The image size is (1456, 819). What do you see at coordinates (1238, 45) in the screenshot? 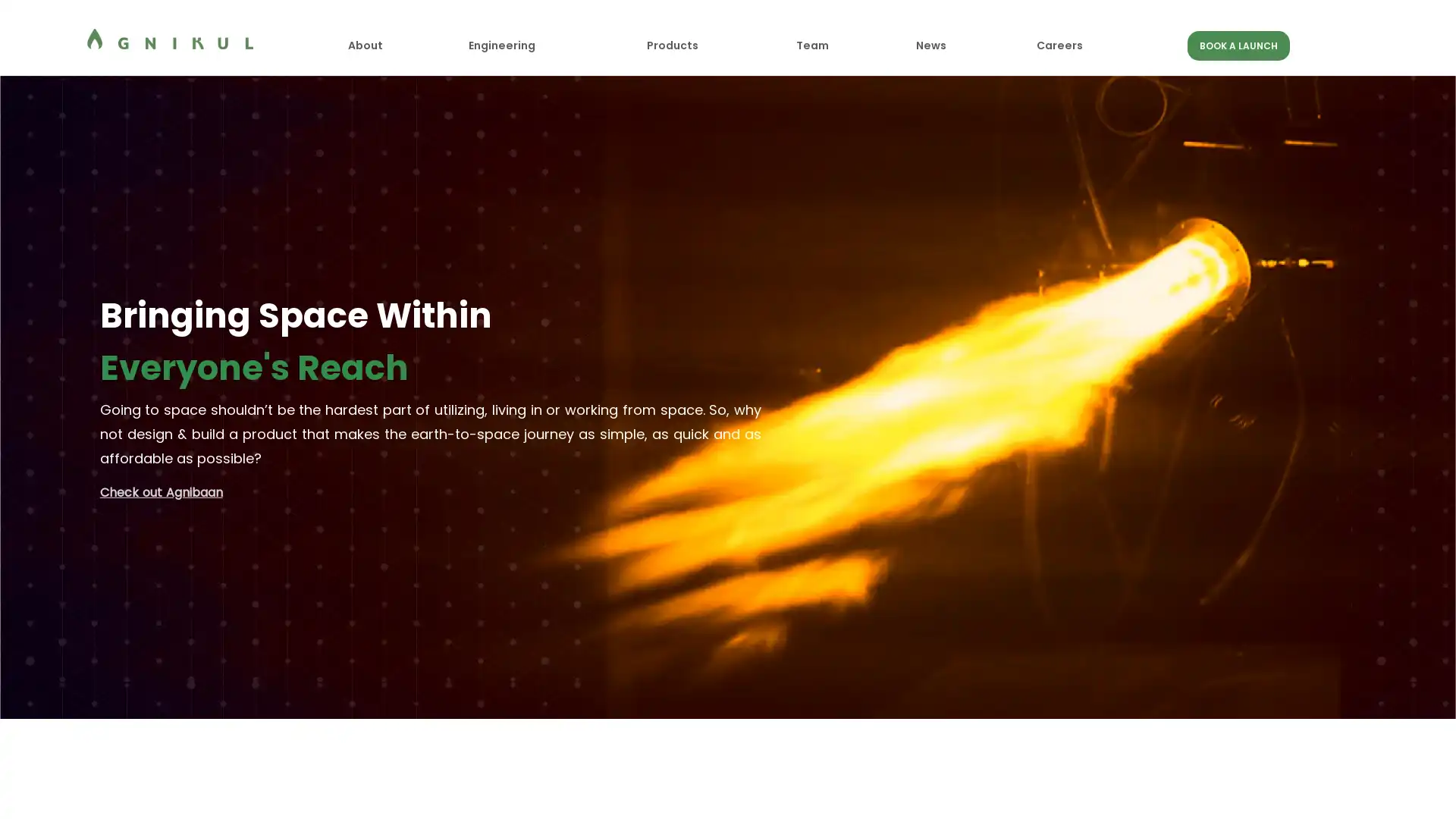
I see `BOOK A LAUNCH` at bounding box center [1238, 45].